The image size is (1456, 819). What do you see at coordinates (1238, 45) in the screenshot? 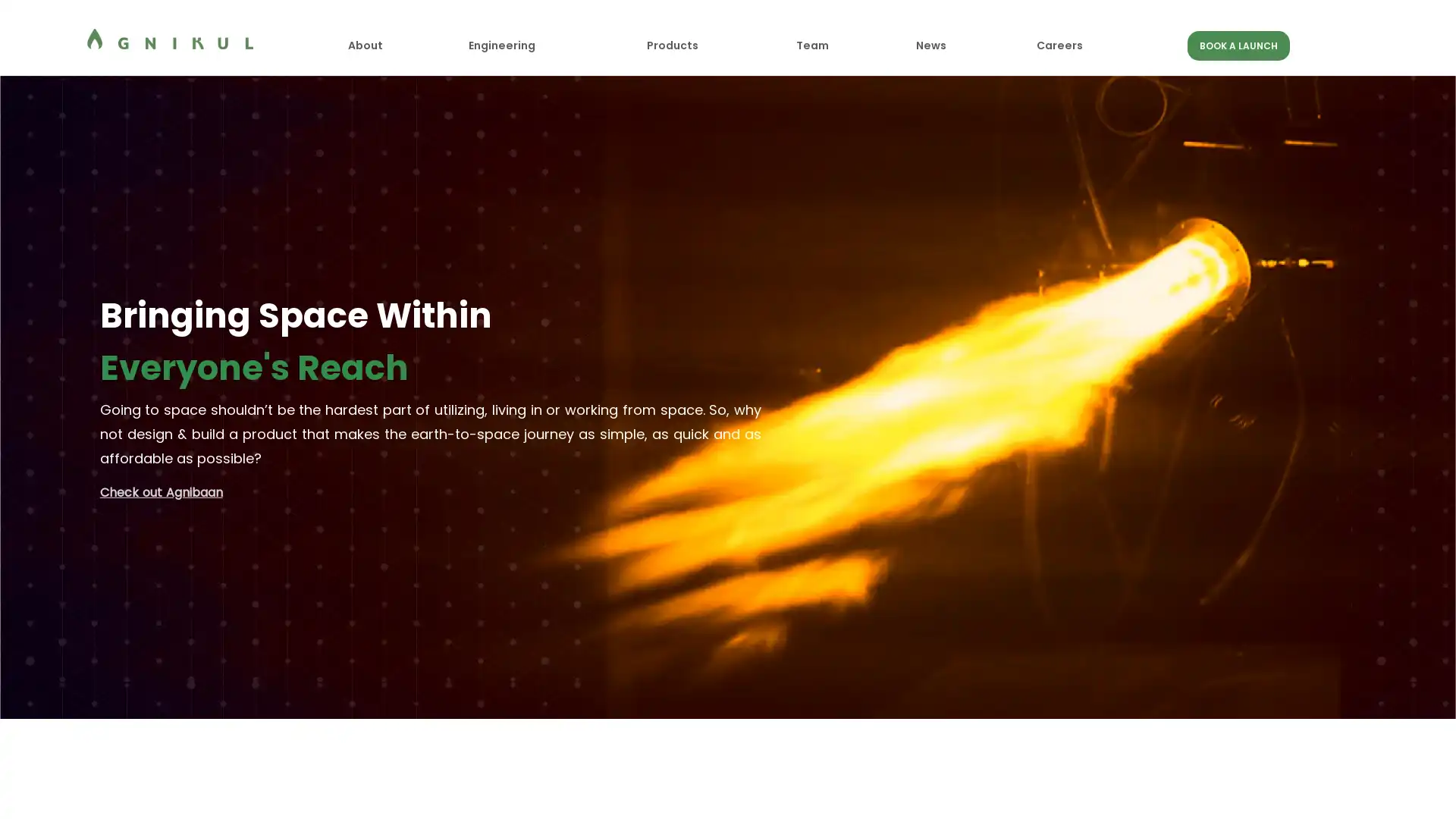
I see `BOOK A LAUNCH` at bounding box center [1238, 45].